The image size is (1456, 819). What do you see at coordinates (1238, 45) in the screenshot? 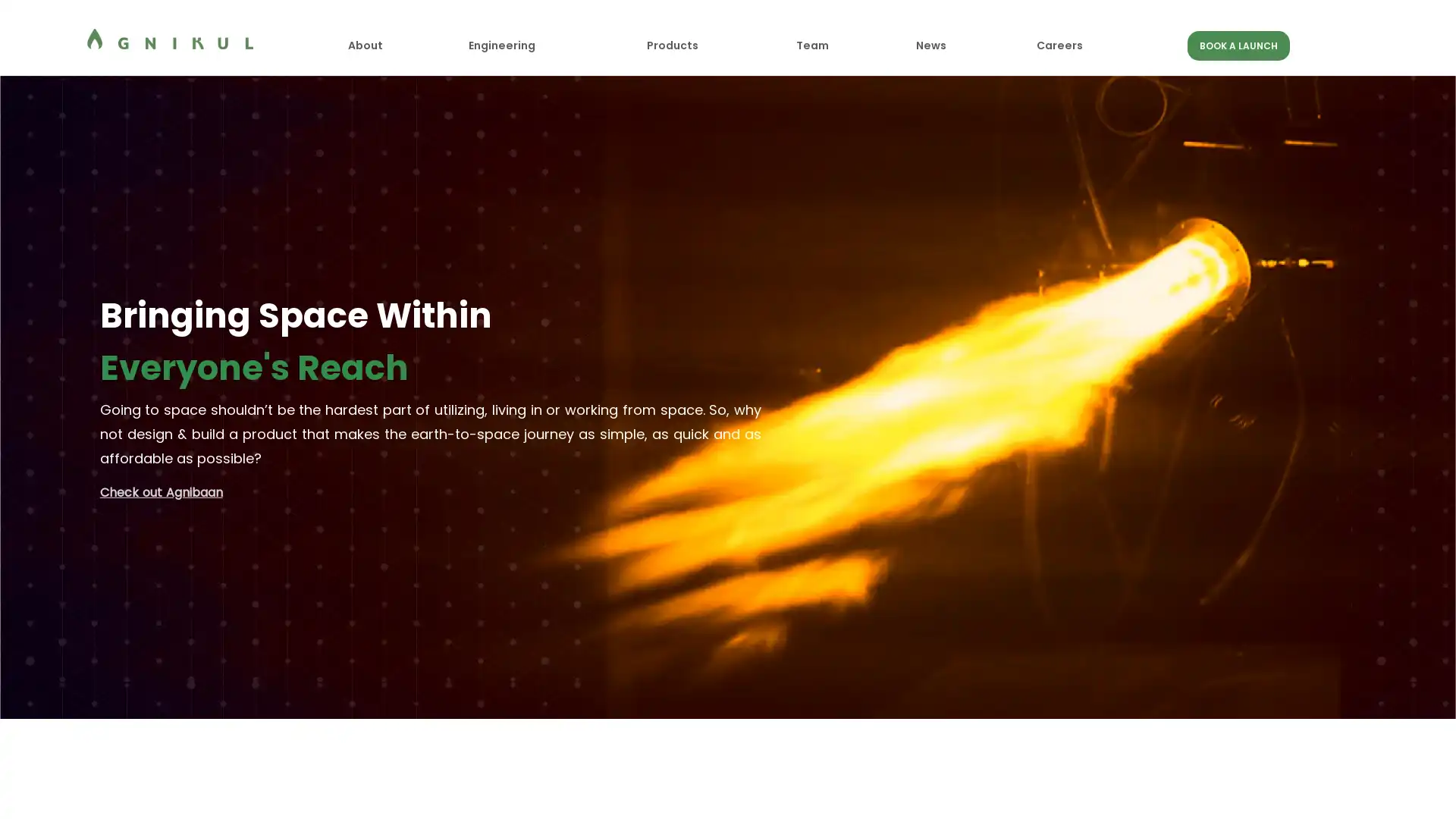
I see `BOOK A LAUNCH` at bounding box center [1238, 45].